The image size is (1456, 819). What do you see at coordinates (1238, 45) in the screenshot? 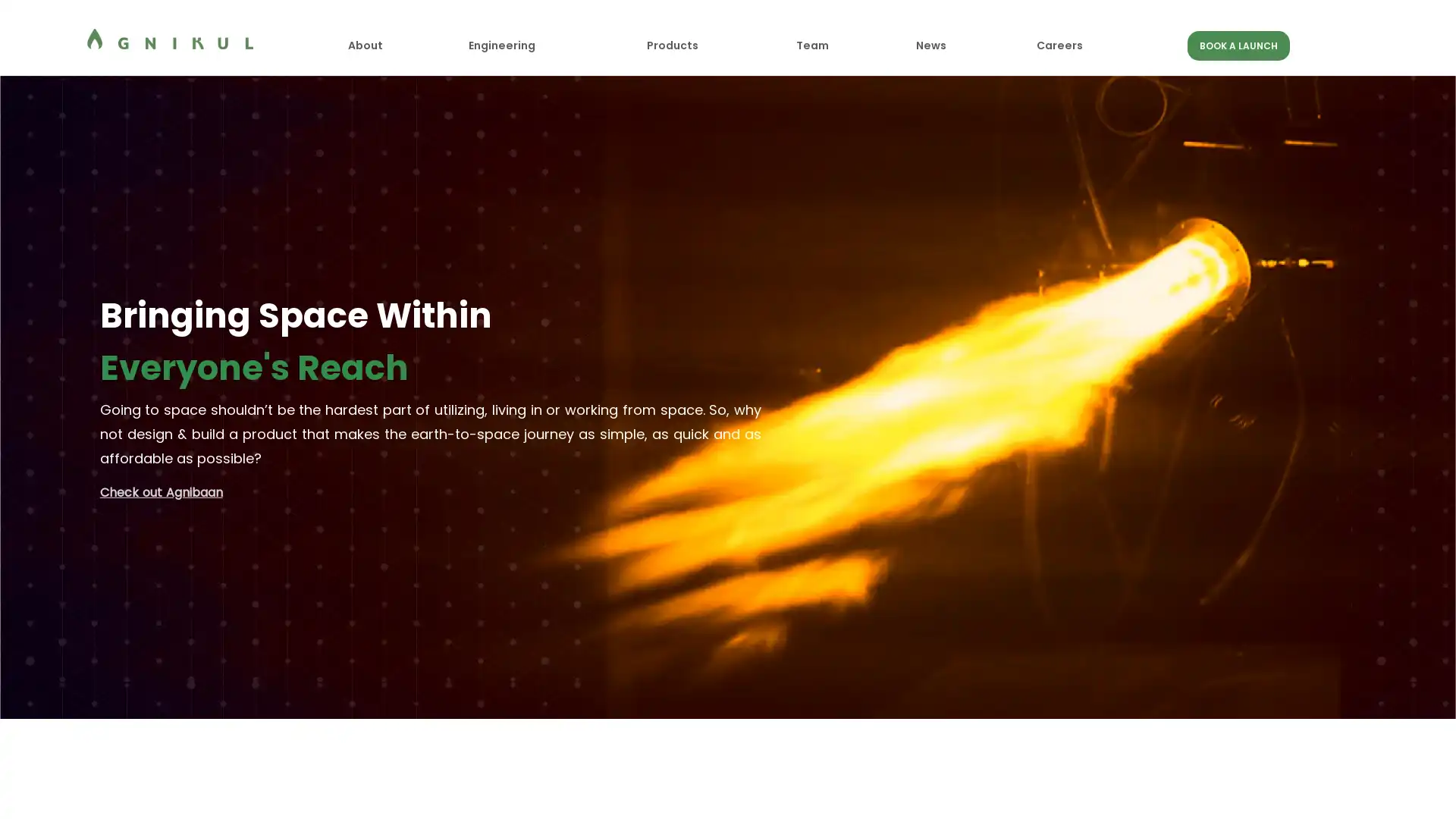
I see `BOOK A LAUNCH` at bounding box center [1238, 45].